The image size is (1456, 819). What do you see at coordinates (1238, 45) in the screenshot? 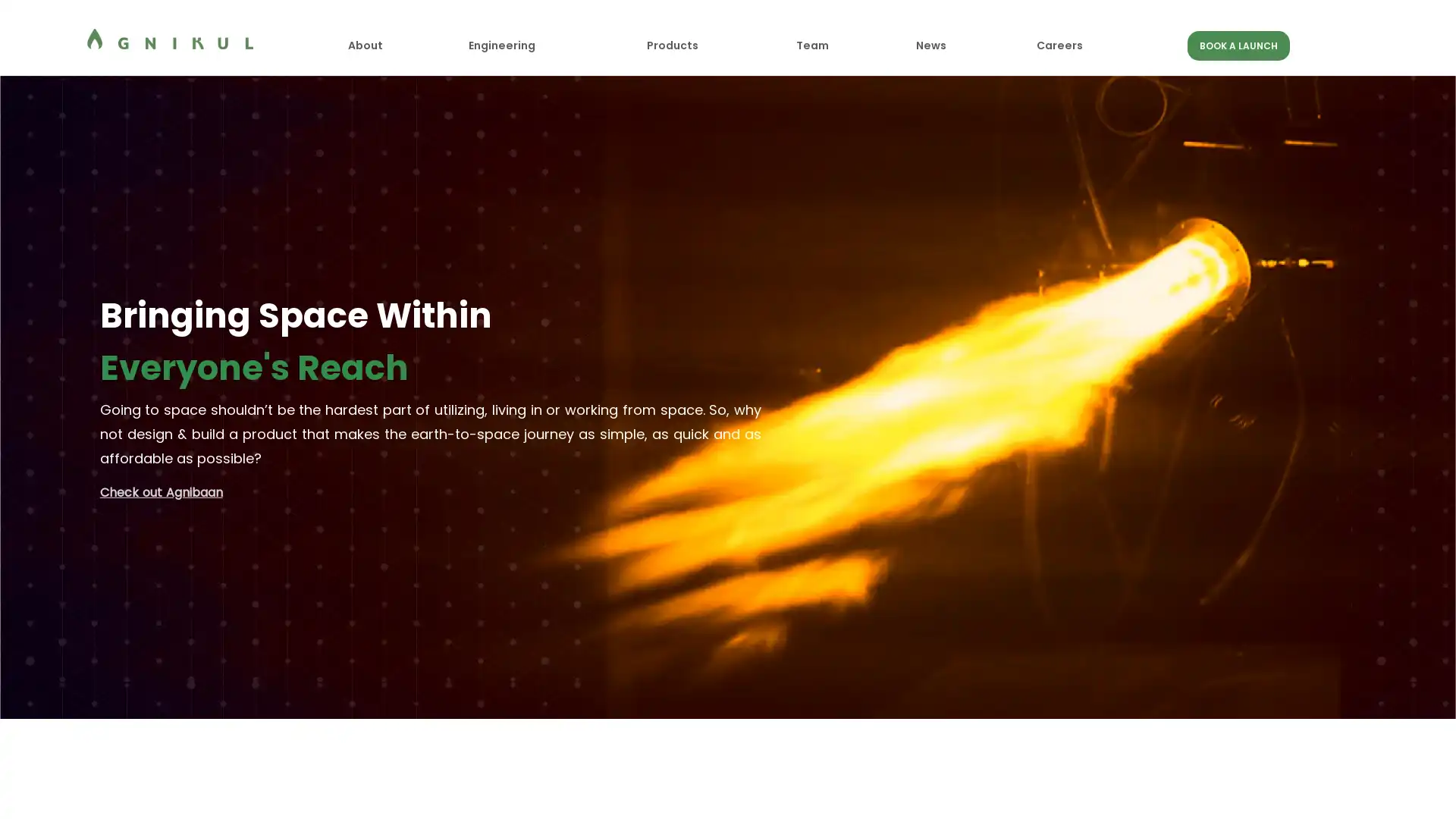
I see `BOOK A LAUNCH` at bounding box center [1238, 45].